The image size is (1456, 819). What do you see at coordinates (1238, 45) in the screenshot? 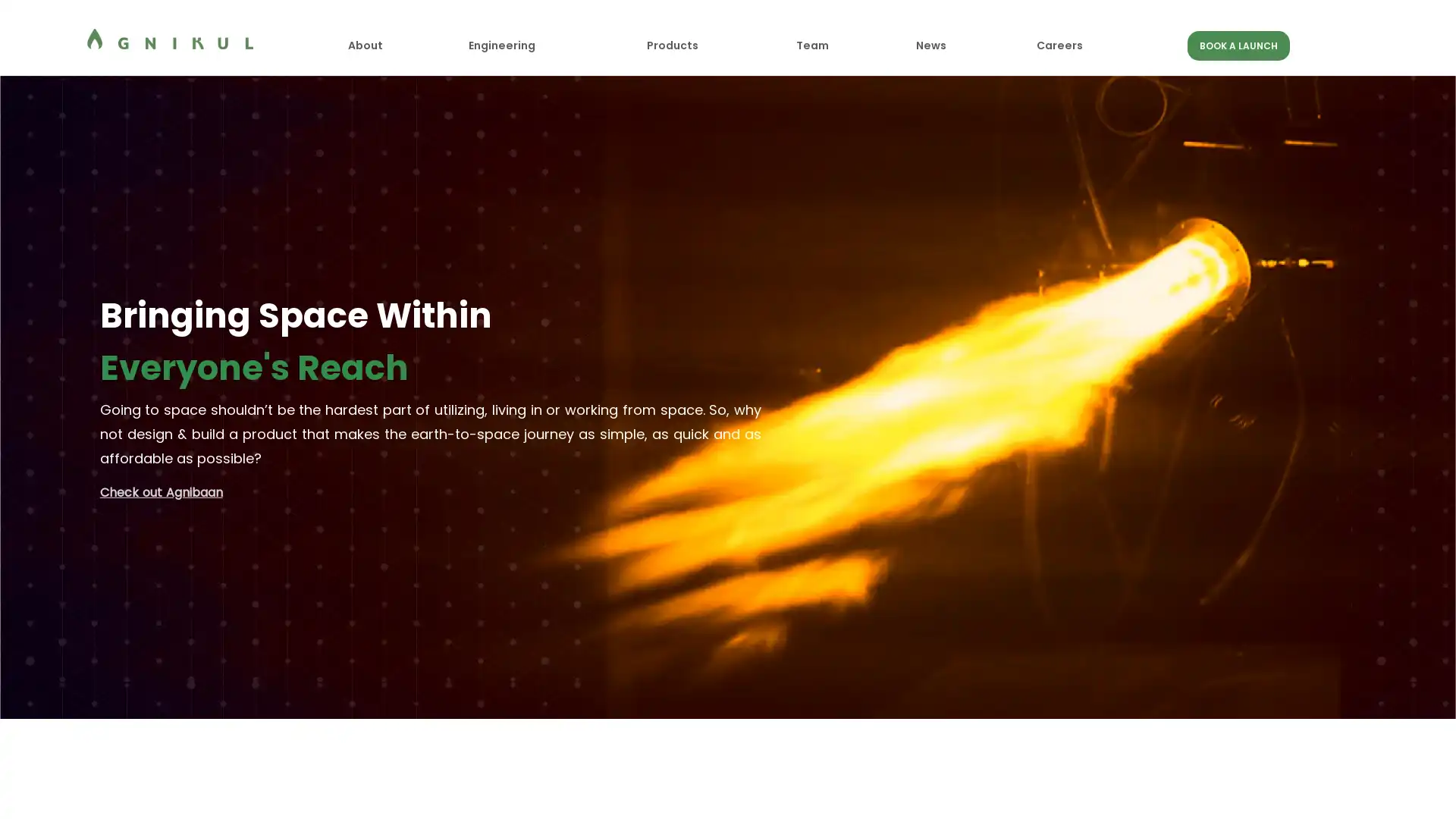
I see `BOOK A LAUNCH` at bounding box center [1238, 45].